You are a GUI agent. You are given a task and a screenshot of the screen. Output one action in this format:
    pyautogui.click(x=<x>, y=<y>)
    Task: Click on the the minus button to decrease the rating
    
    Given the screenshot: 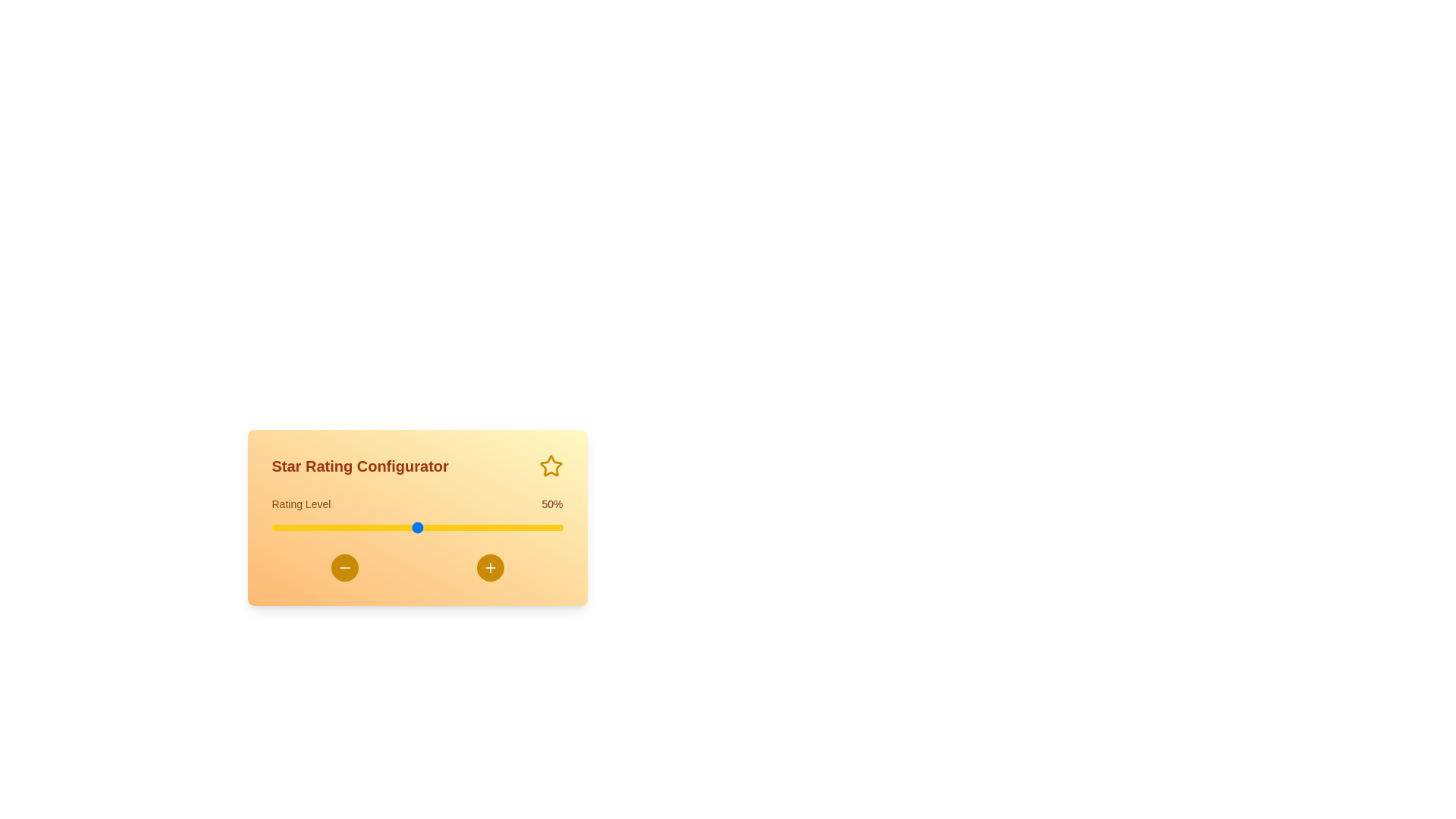 What is the action you would take?
    pyautogui.click(x=344, y=567)
    